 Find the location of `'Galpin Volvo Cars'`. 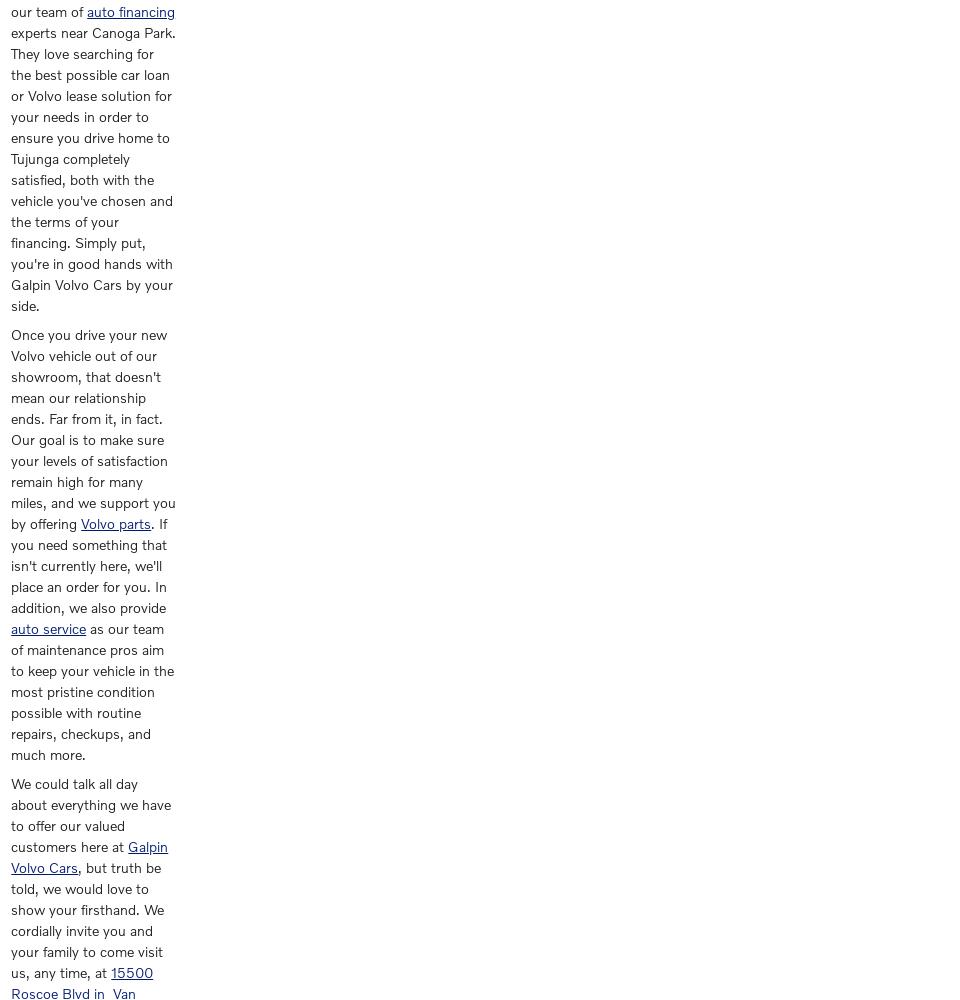

'Galpin Volvo Cars' is located at coordinates (89, 856).